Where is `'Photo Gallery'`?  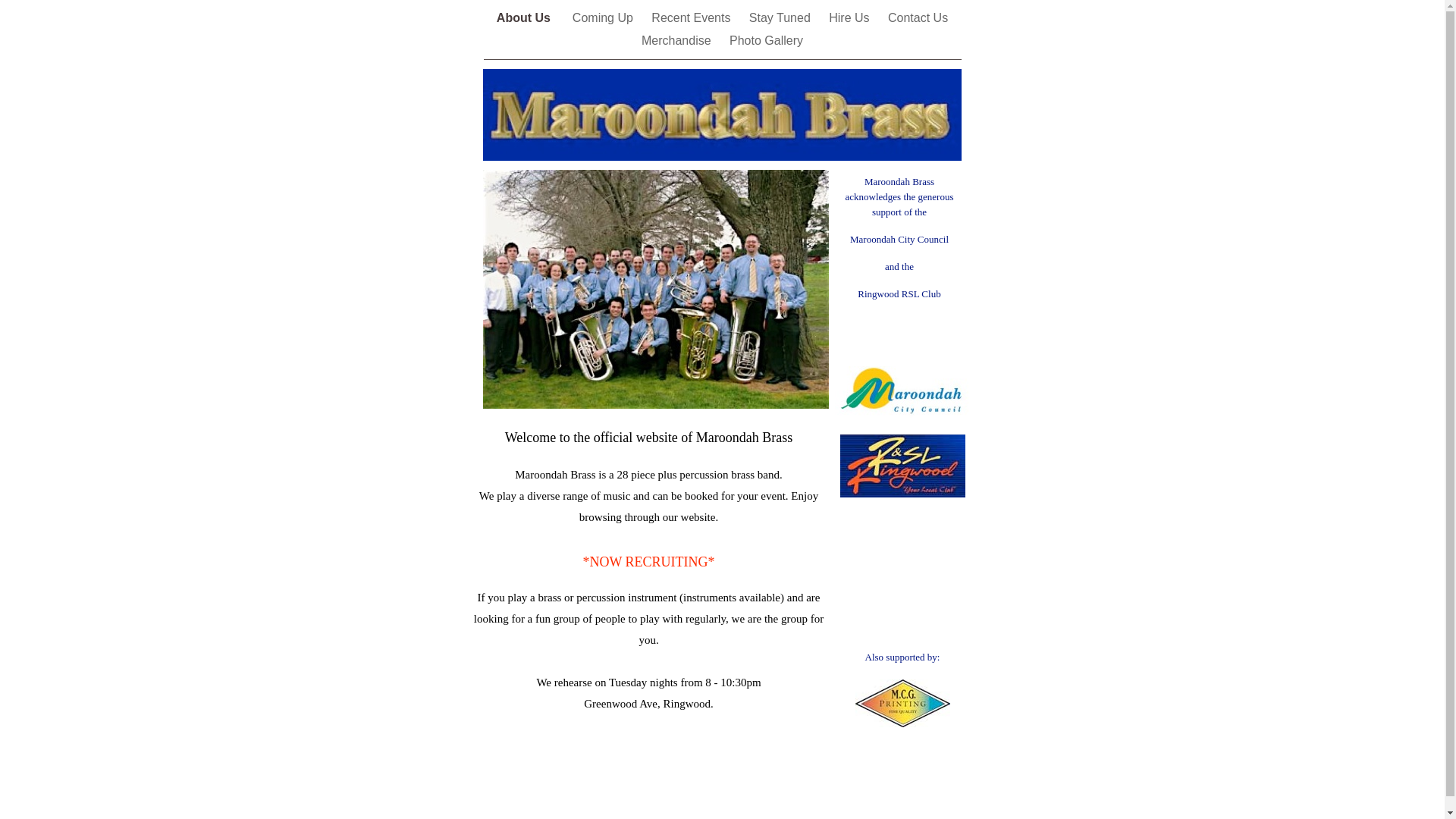
'Photo Gallery' is located at coordinates (766, 39).